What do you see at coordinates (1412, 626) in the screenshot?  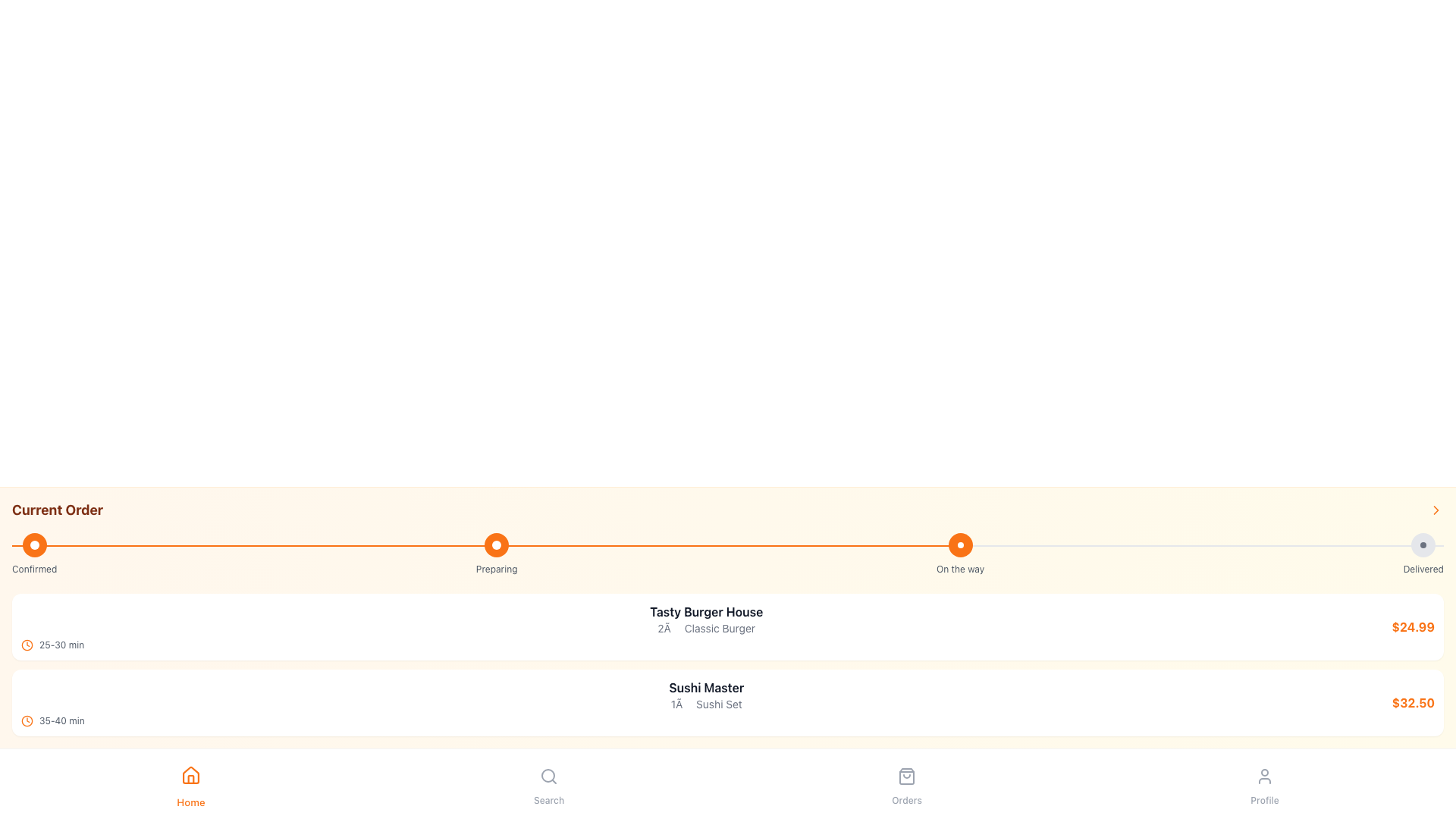 I see `displayed price '$24.99' from the bold orange text in the top-right corner of the order card` at bounding box center [1412, 626].